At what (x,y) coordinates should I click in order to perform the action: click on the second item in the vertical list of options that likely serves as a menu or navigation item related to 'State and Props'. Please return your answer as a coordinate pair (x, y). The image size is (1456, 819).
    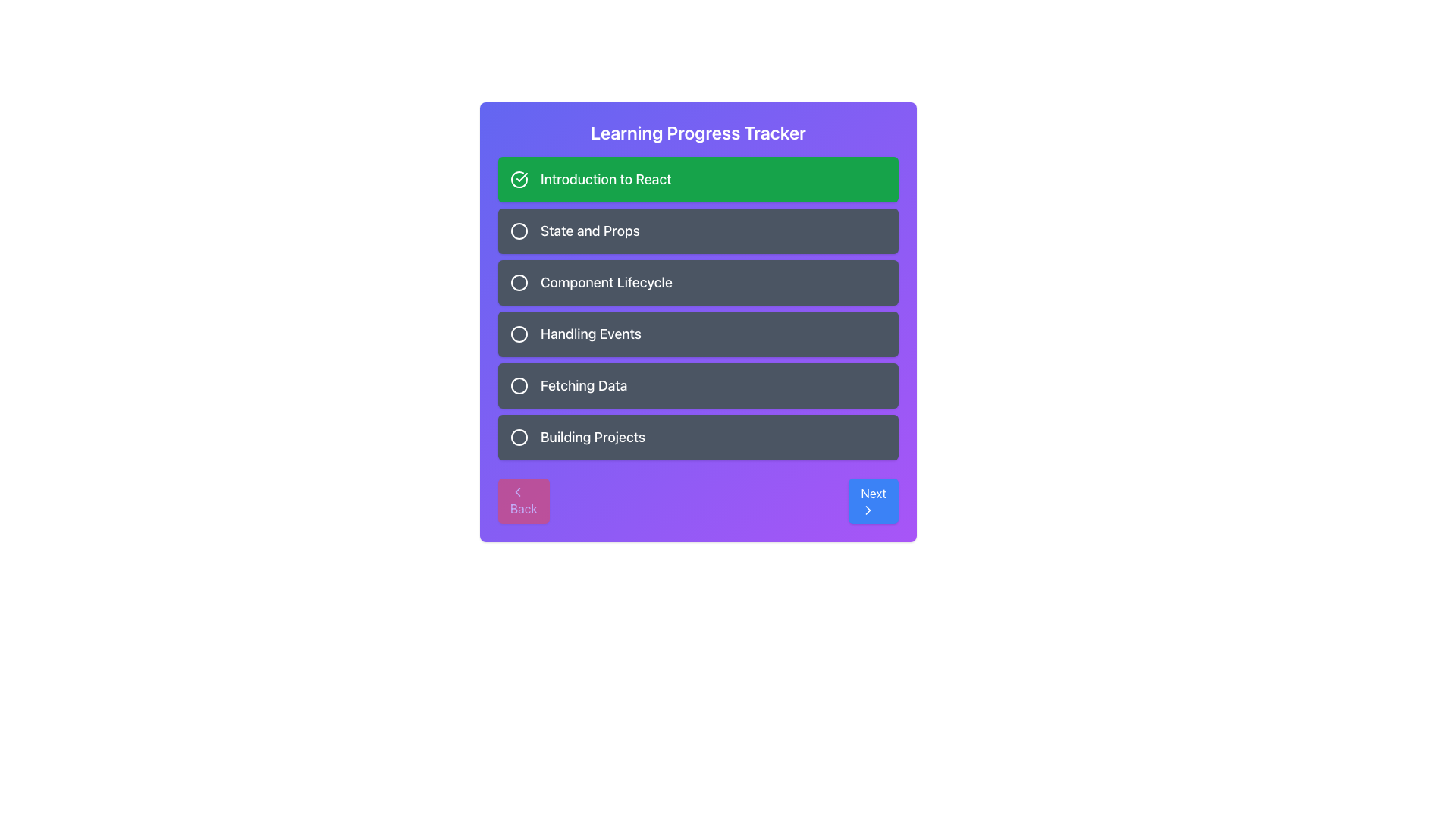
    Looking at the image, I should click on (698, 231).